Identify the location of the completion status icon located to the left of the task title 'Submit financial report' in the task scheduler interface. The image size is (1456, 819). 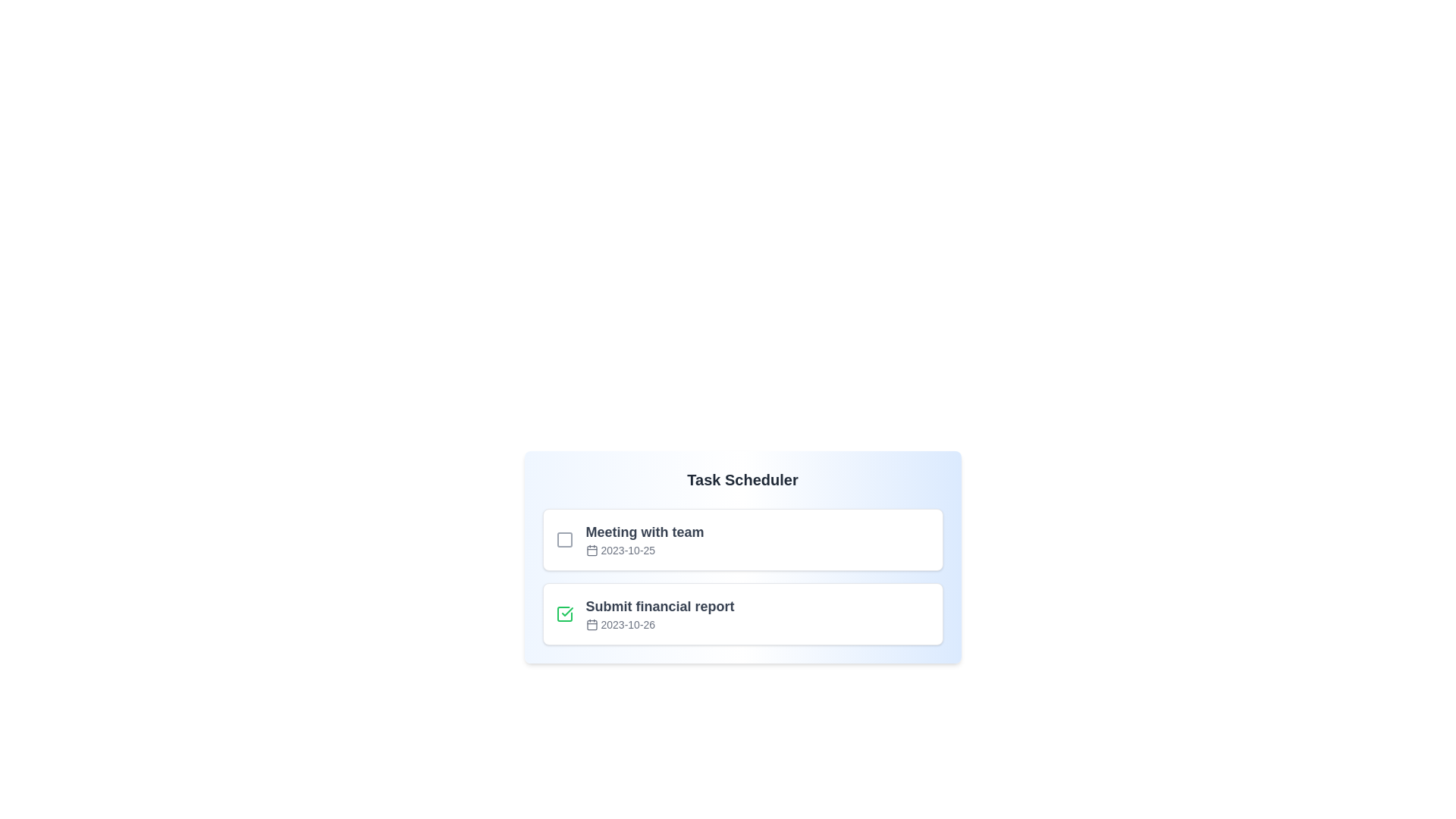
(563, 614).